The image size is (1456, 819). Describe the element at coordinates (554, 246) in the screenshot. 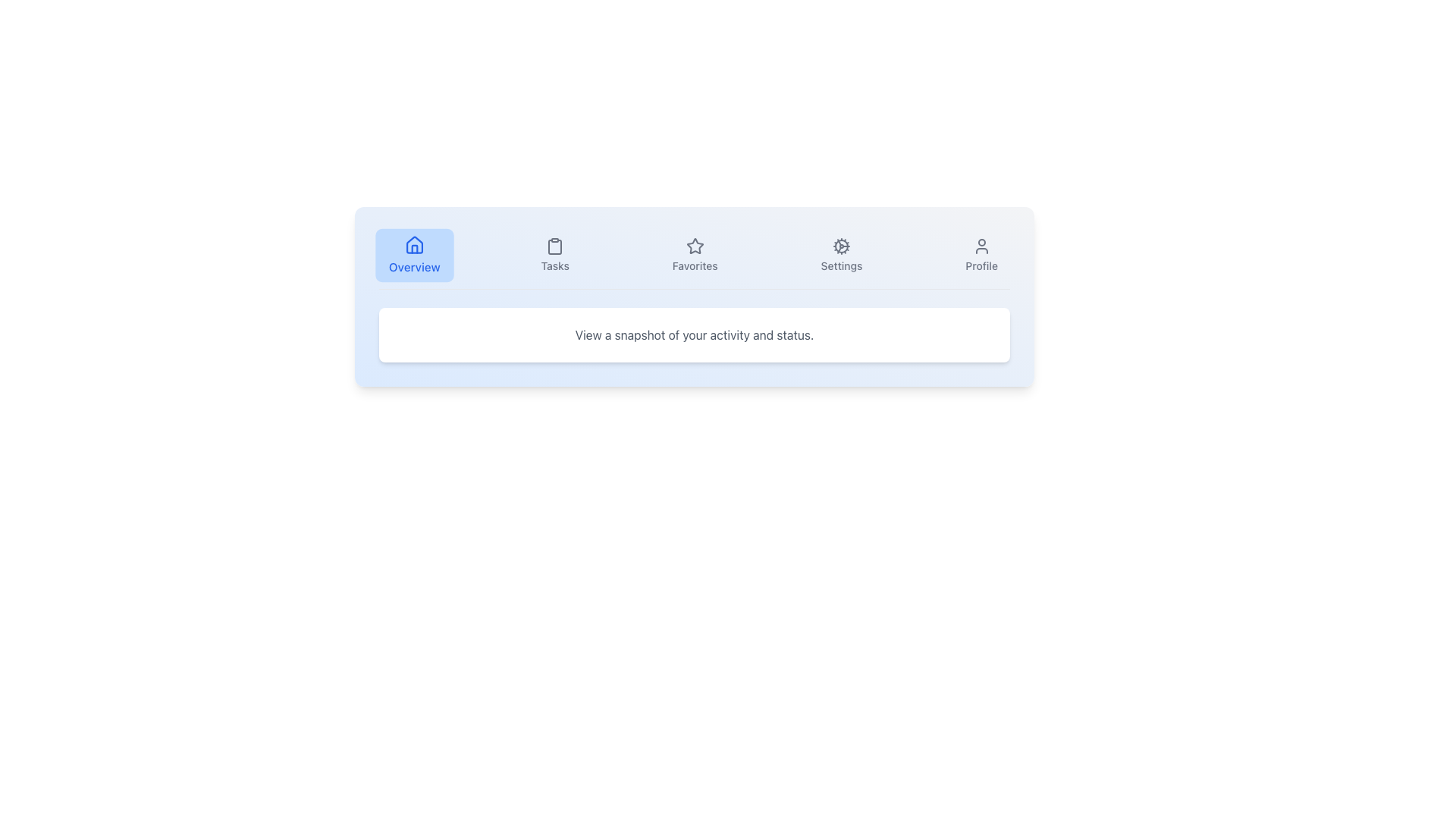

I see `the second icon` at that location.